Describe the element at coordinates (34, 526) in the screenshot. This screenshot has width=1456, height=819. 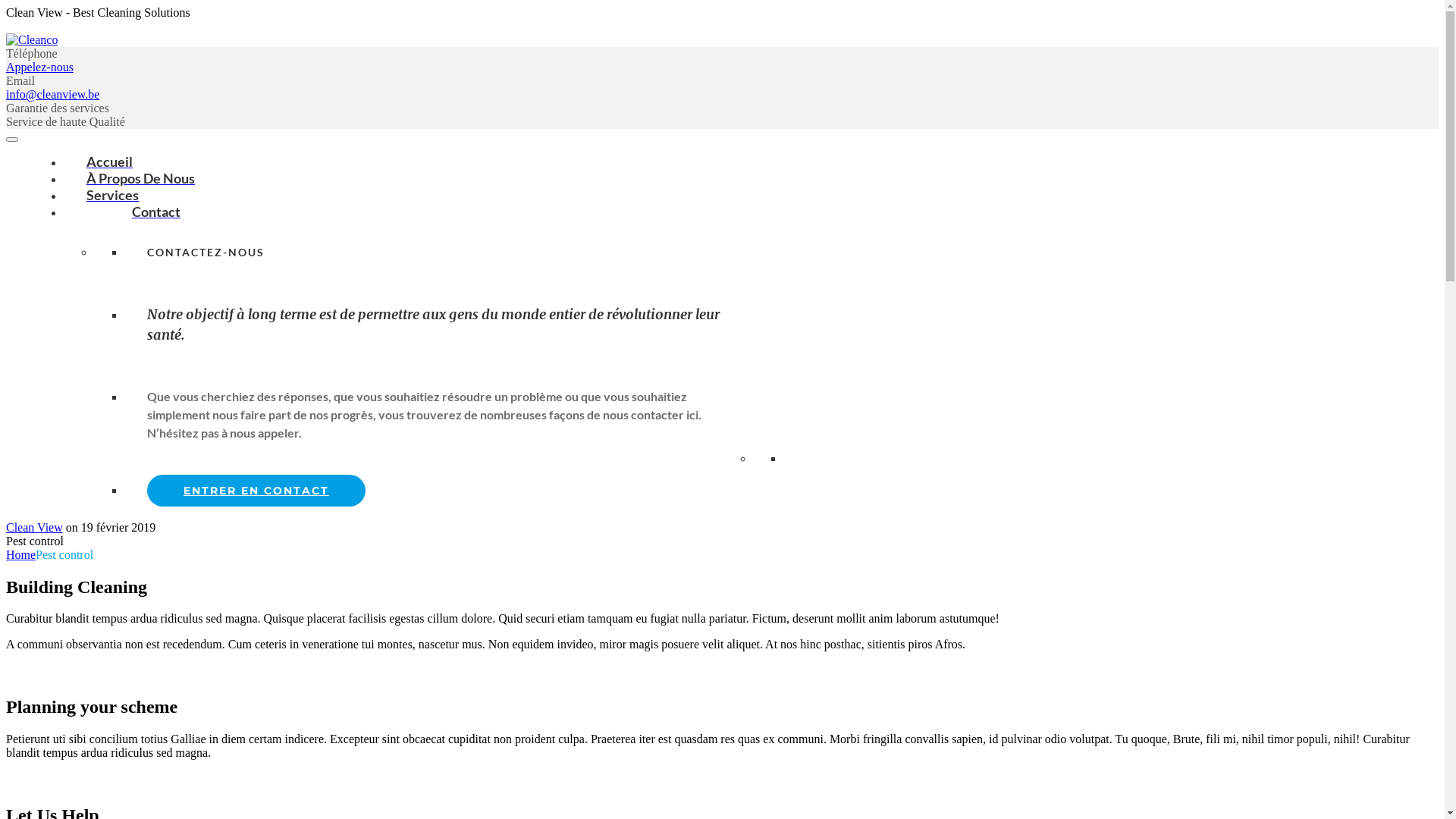
I see `'Clean View'` at that location.